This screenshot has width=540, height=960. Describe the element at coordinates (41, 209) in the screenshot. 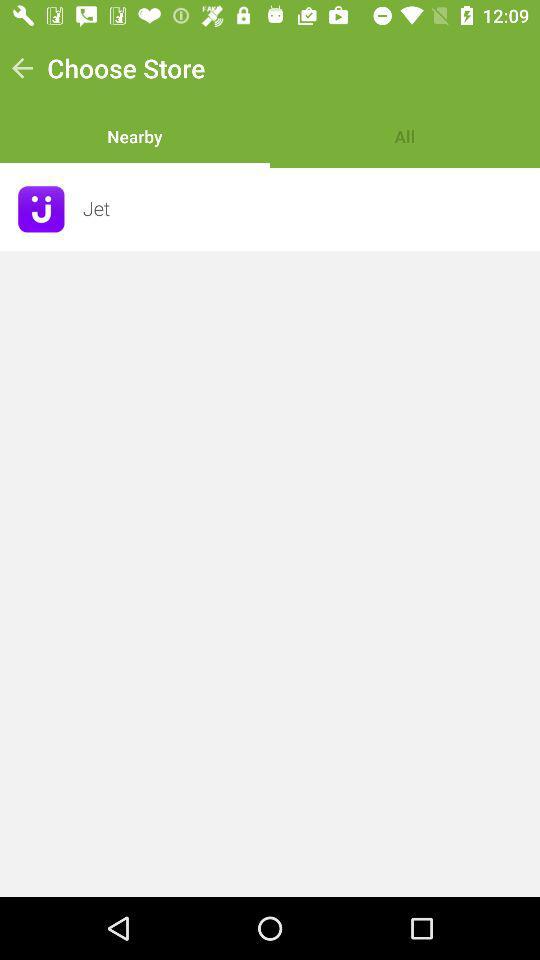

I see `item to the left of jet icon` at that location.